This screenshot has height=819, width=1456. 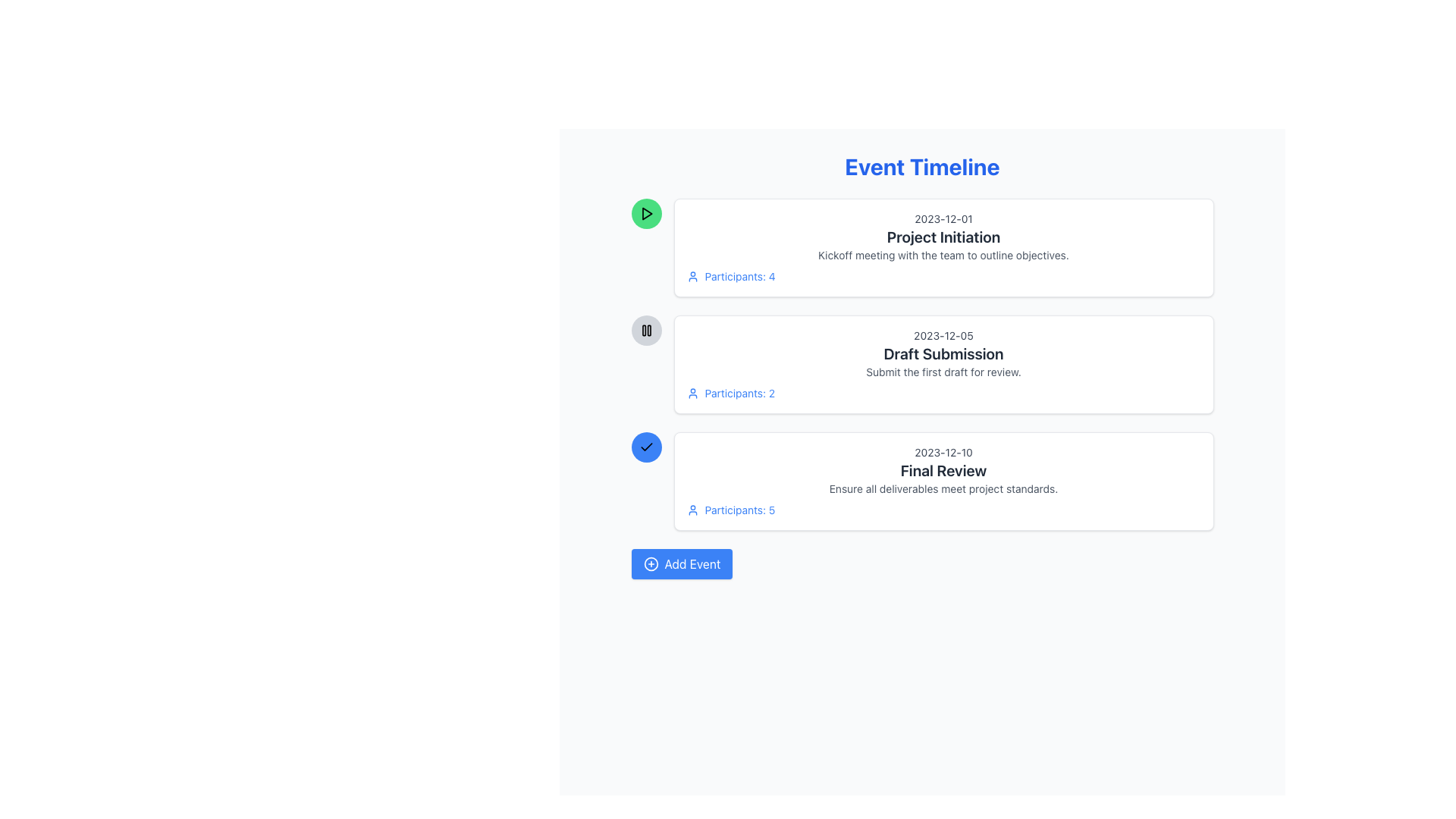 I want to click on the 'Final Review' event display card, which is the third item, so click(x=921, y=482).